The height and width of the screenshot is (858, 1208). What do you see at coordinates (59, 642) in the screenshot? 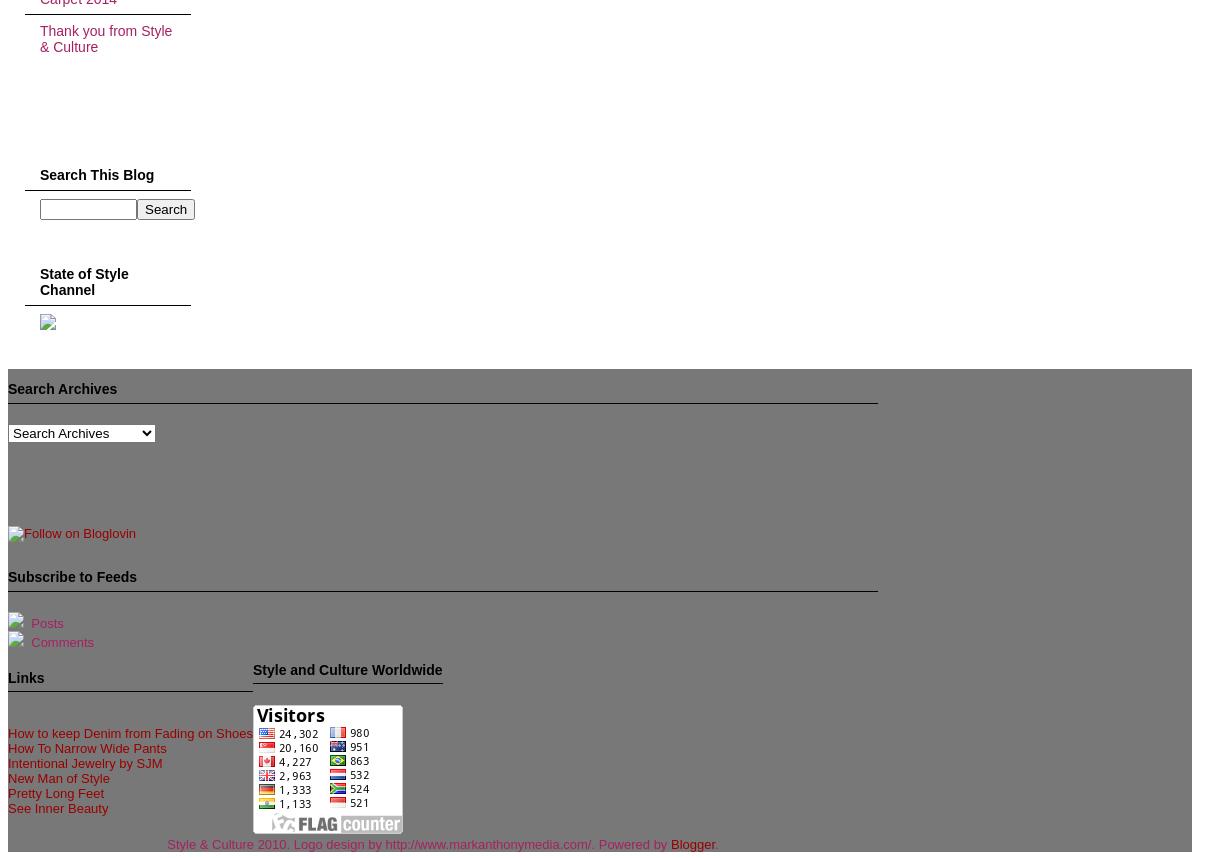
I see `'Comments'` at bounding box center [59, 642].